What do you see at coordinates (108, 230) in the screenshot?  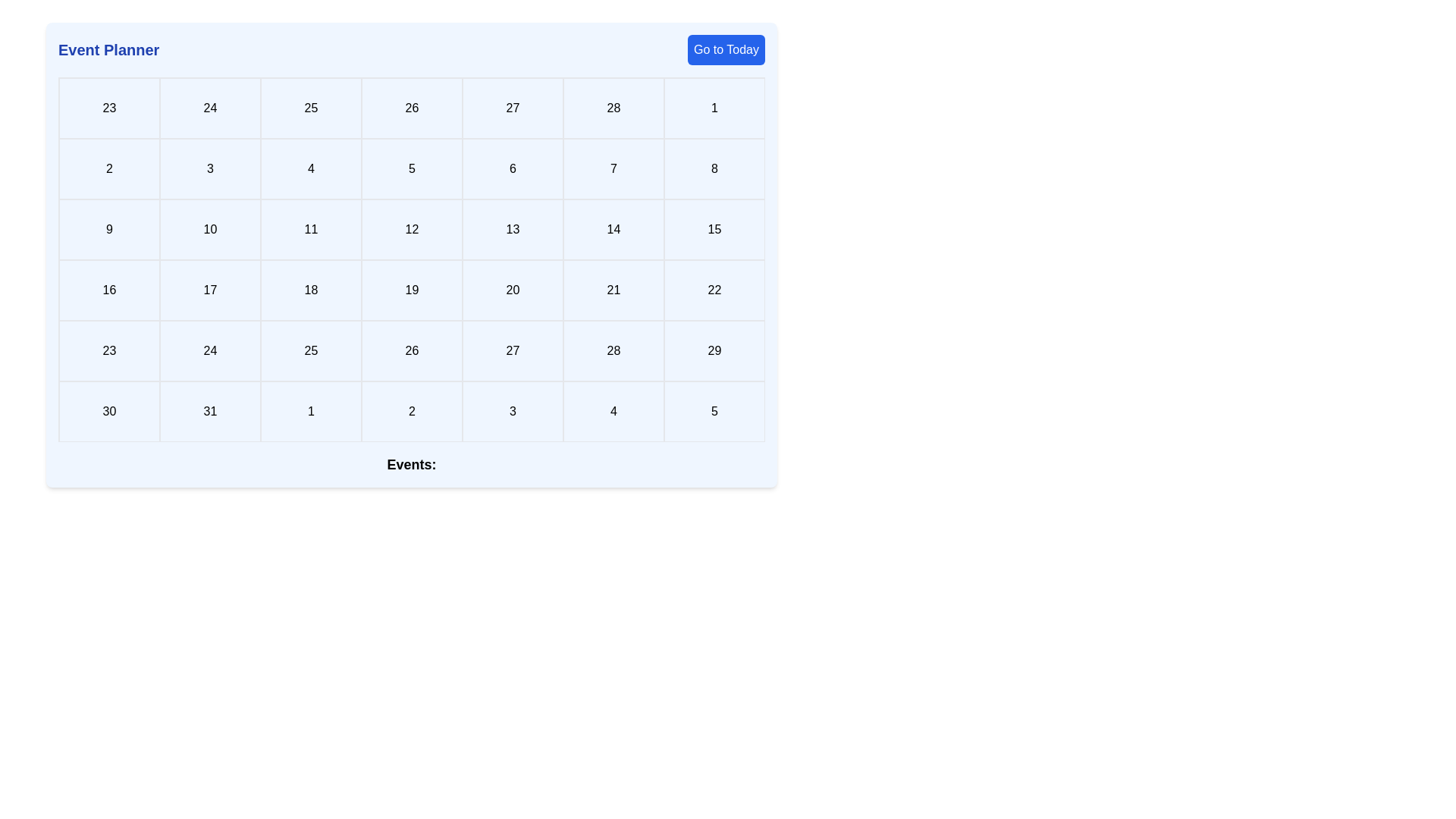 I see `the static text-based grid cell representing the 9th day of the month in the calendar interface` at bounding box center [108, 230].